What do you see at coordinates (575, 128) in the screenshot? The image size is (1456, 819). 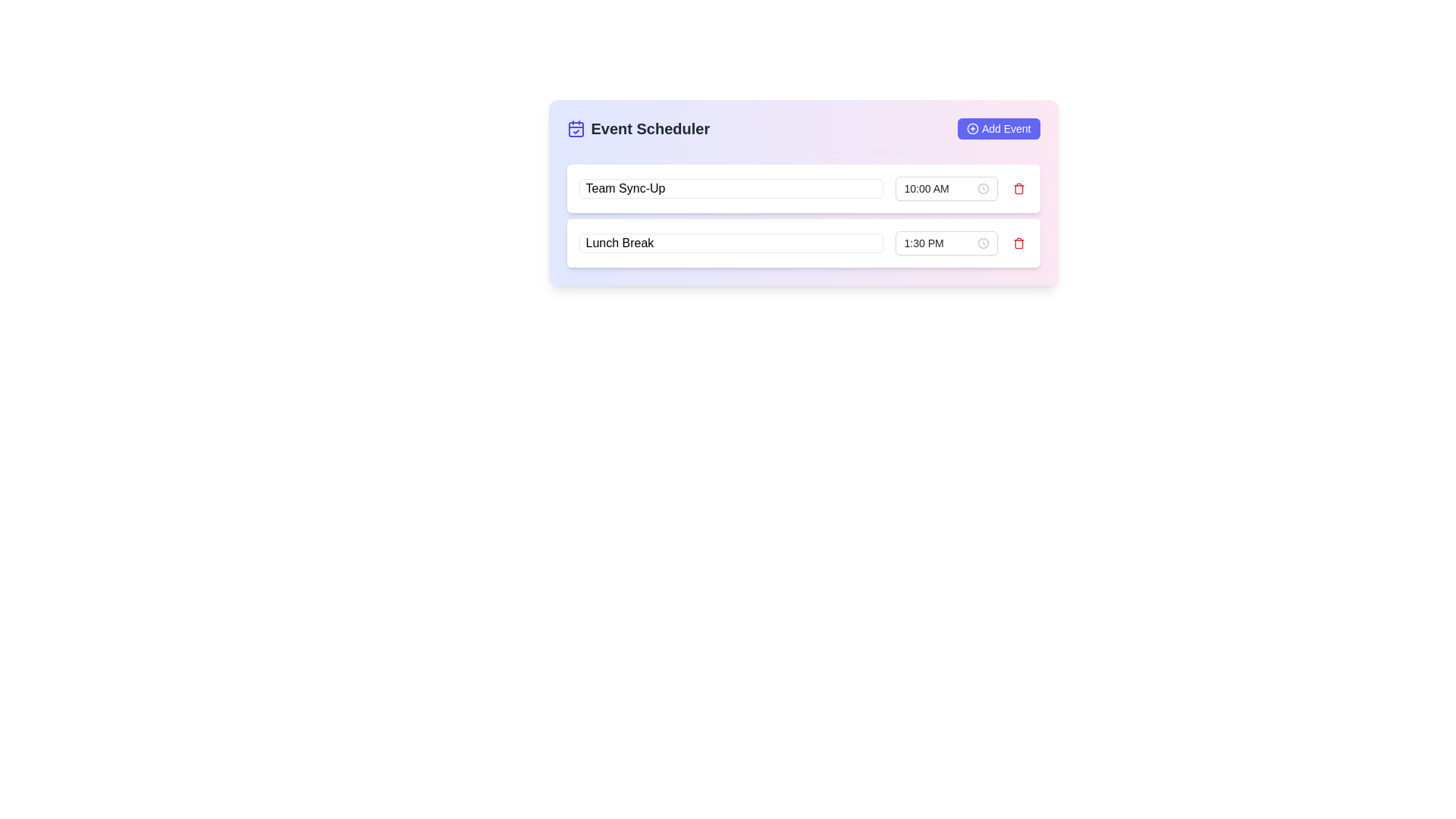 I see `the interactive SVG Rectangle located at the center-bottom part of the calendar icon` at bounding box center [575, 128].